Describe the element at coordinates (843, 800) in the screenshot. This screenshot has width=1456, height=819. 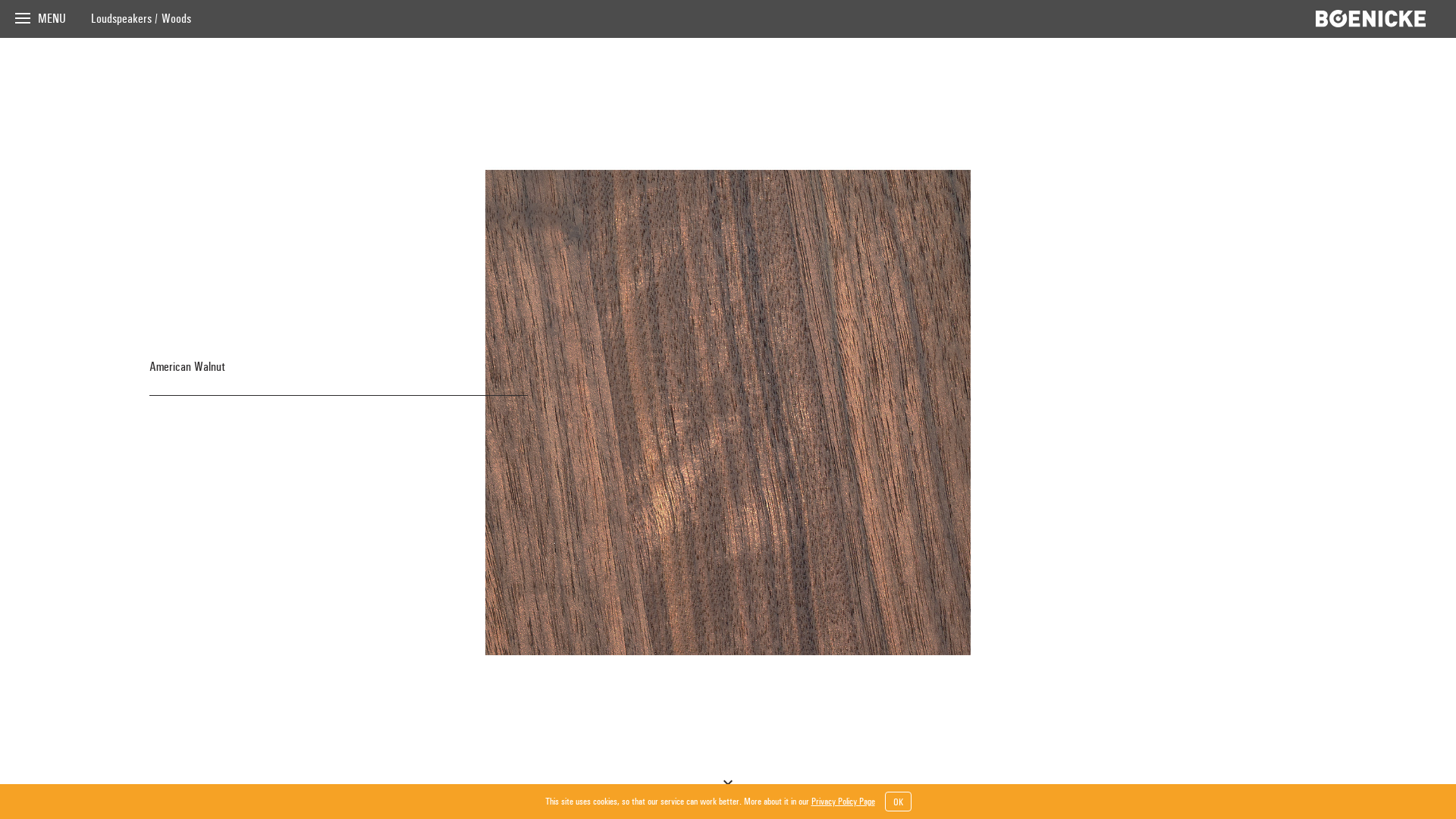
I see `'Privacy Policy Page'` at that location.